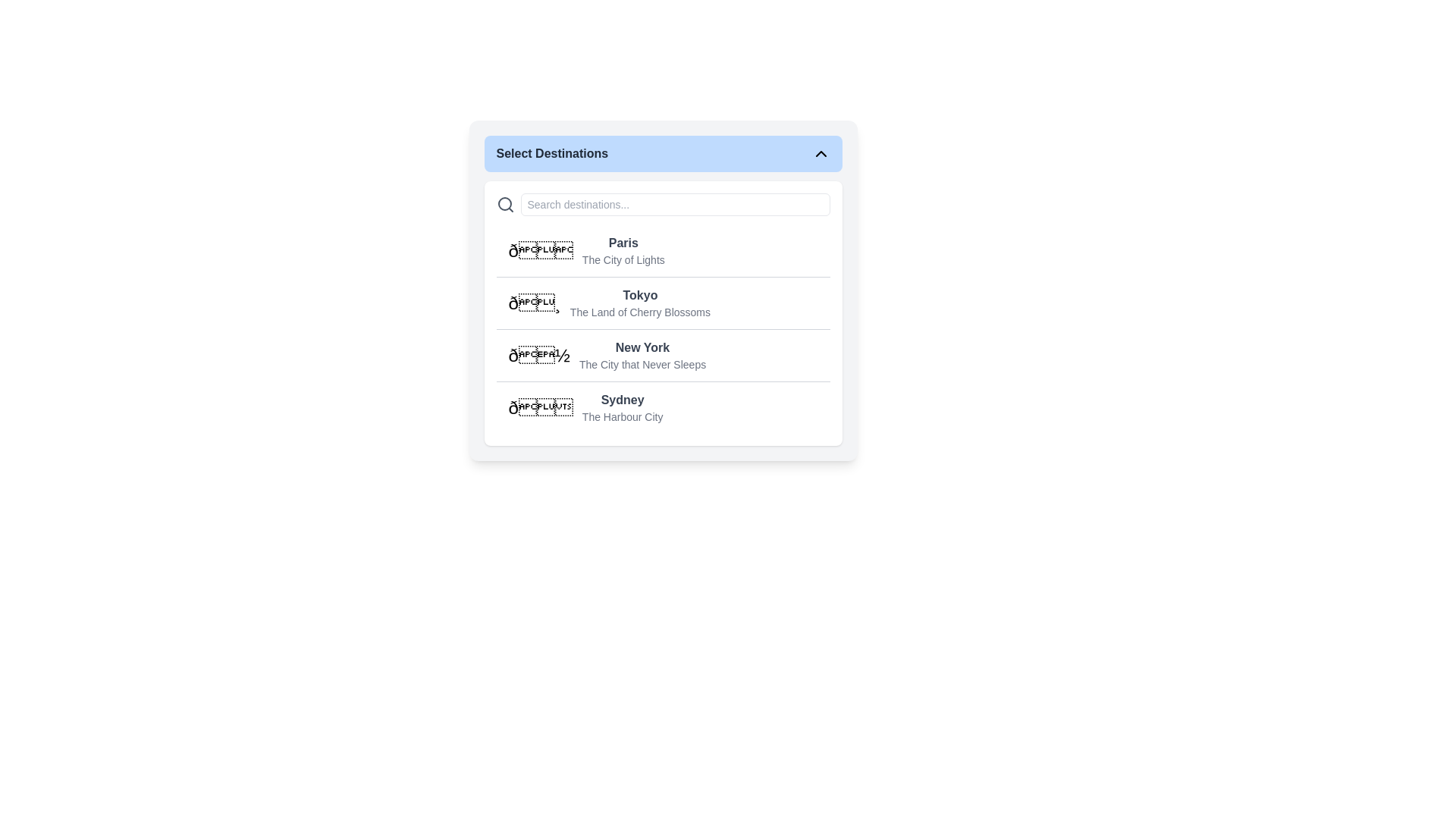 The image size is (1456, 819). Describe the element at coordinates (663, 303) in the screenshot. I see `the list item representing 'Tokyo' in the dropdown panel titled 'Select Destinations'` at that location.